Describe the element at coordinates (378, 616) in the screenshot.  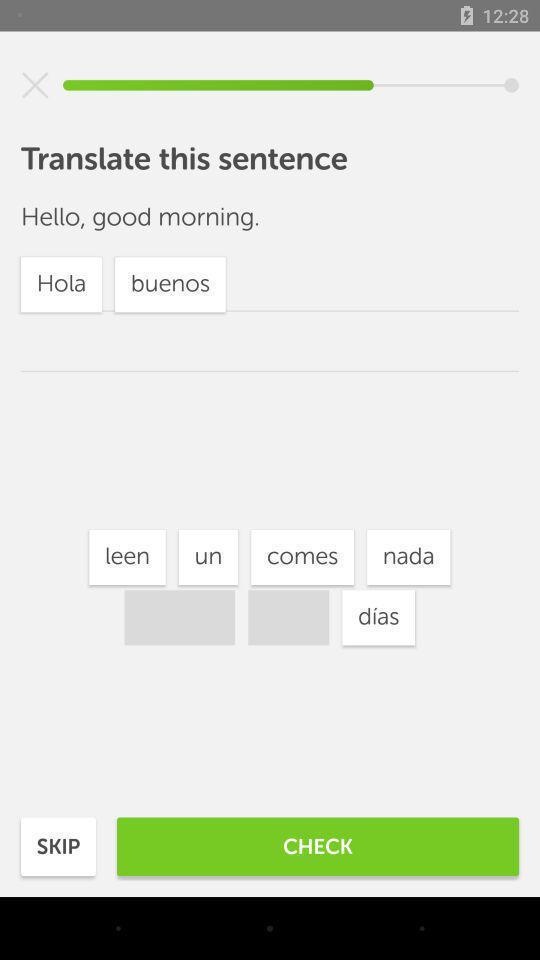
I see `item next to hola icon` at that location.